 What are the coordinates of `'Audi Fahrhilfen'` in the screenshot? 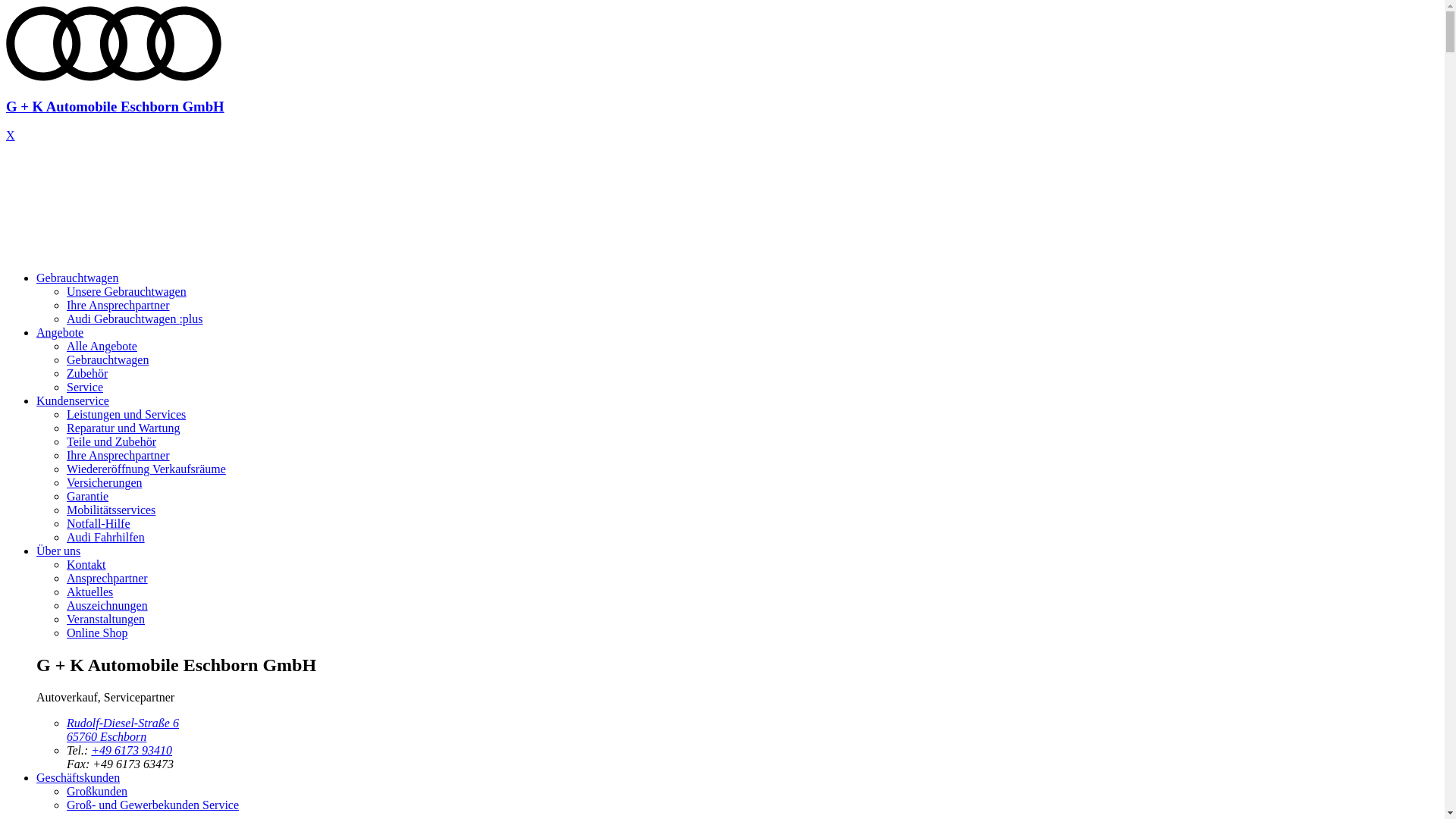 It's located at (65, 536).